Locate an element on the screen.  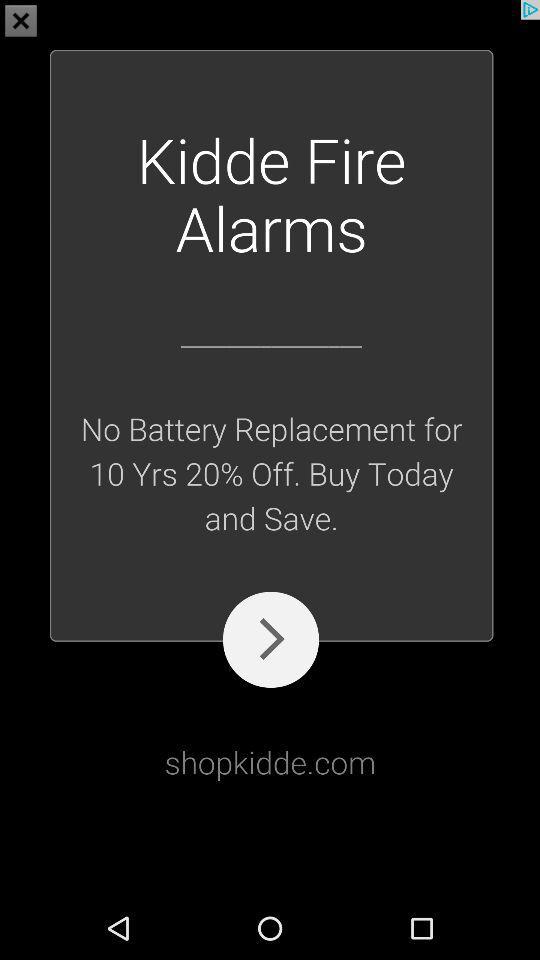
the close icon is located at coordinates (20, 21).